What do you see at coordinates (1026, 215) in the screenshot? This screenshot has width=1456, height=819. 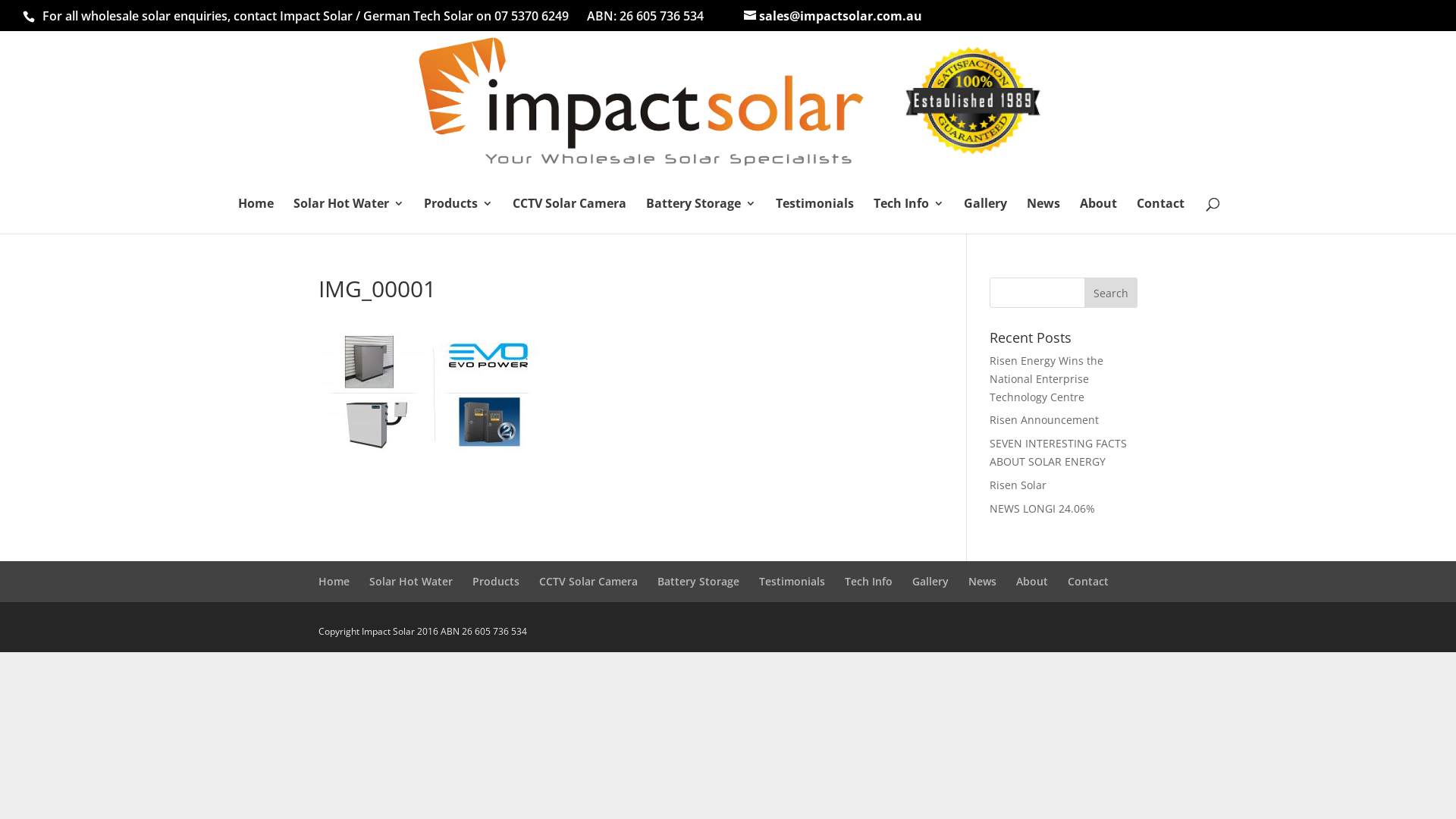 I see `'News'` at bounding box center [1026, 215].